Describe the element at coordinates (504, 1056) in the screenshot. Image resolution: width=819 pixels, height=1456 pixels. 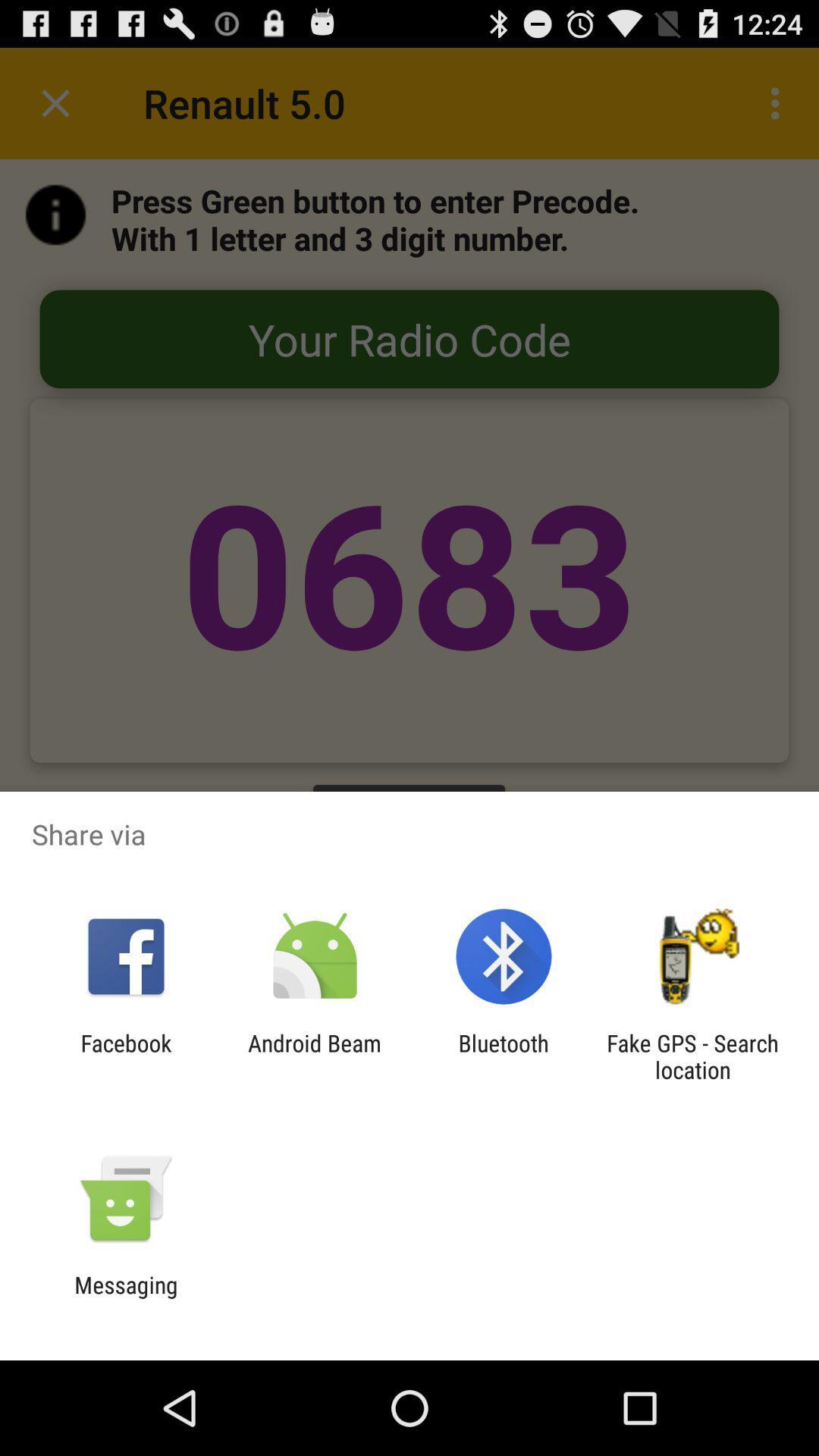
I see `the item next to the android beam` at that location.